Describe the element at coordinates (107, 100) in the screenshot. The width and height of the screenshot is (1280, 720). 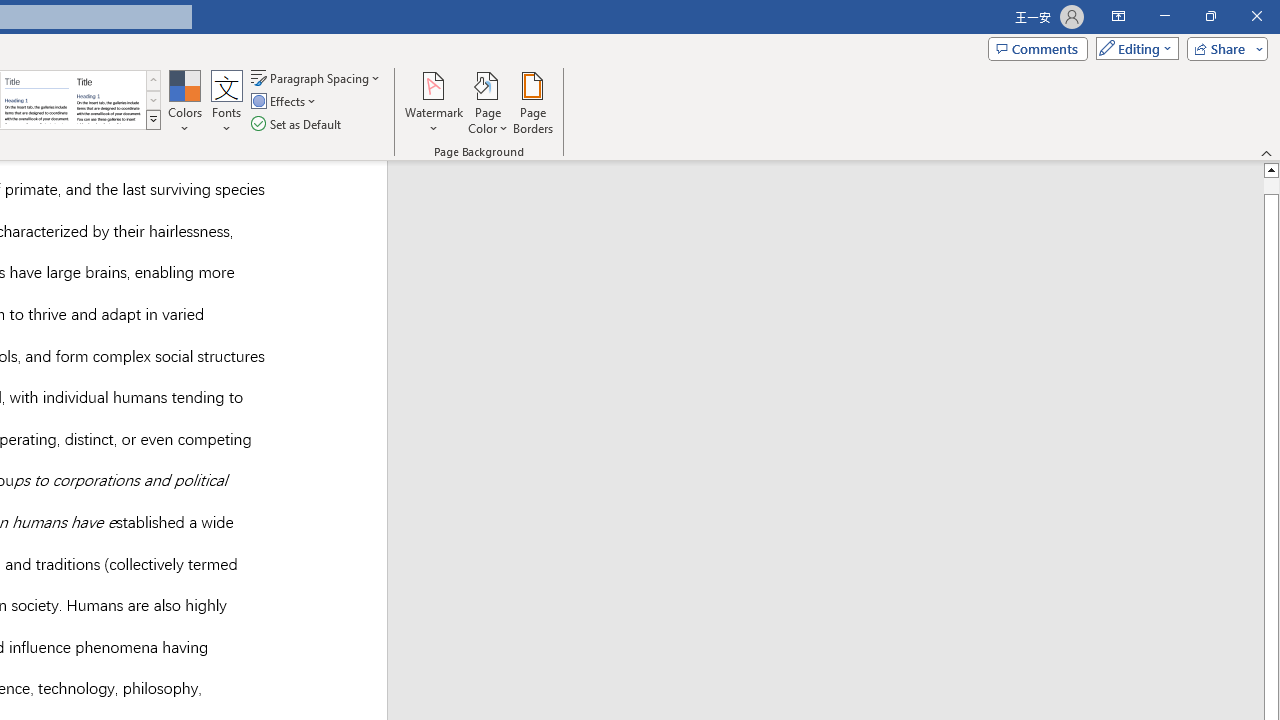
I see `'Word 2013'` at that location.